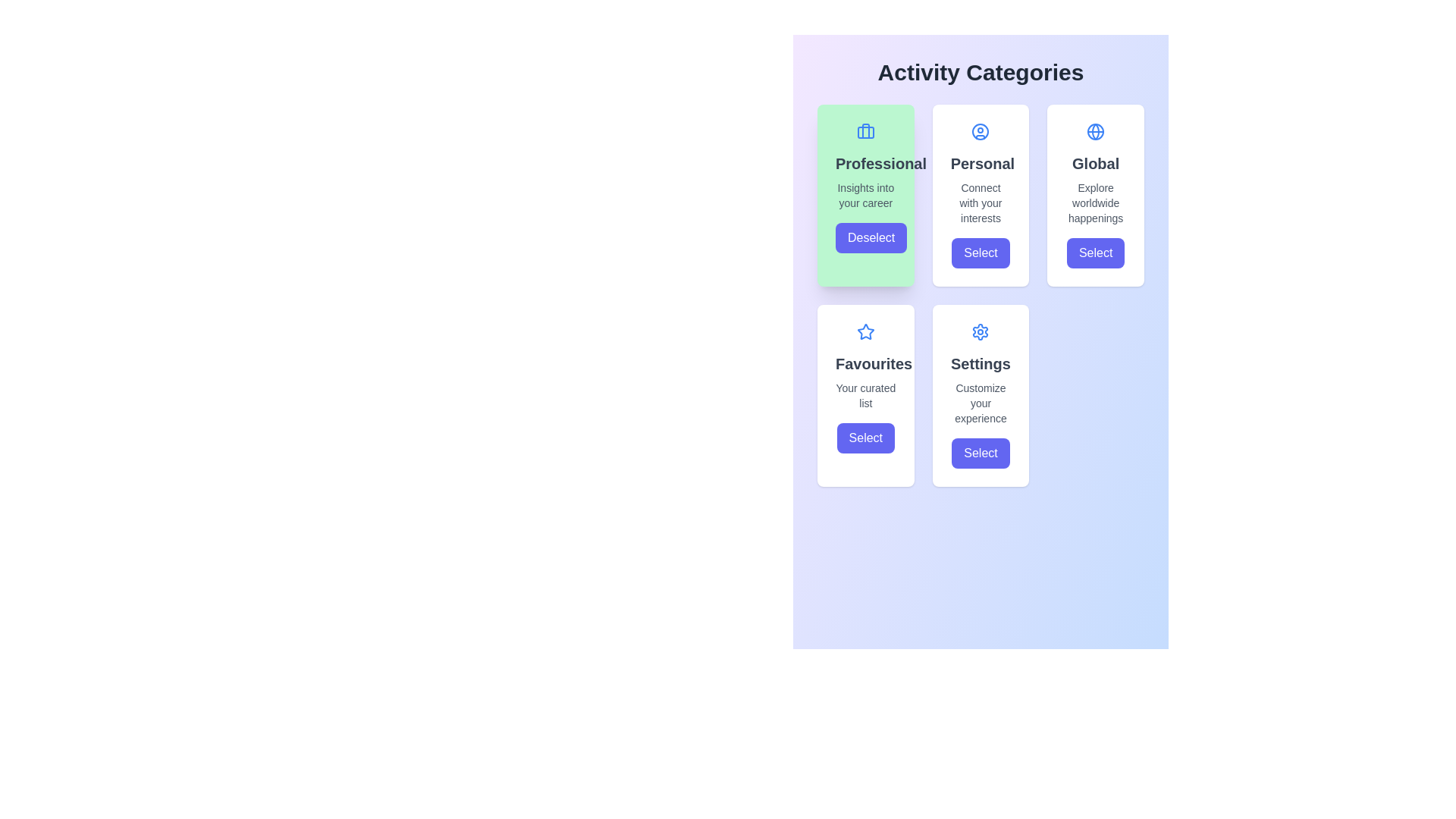 The width and height of the screenshot is (1456, 819). I want to click on the blue gear icon representing settings, located in the bottom-right section of the 'Settings' card, so click(981, 331).